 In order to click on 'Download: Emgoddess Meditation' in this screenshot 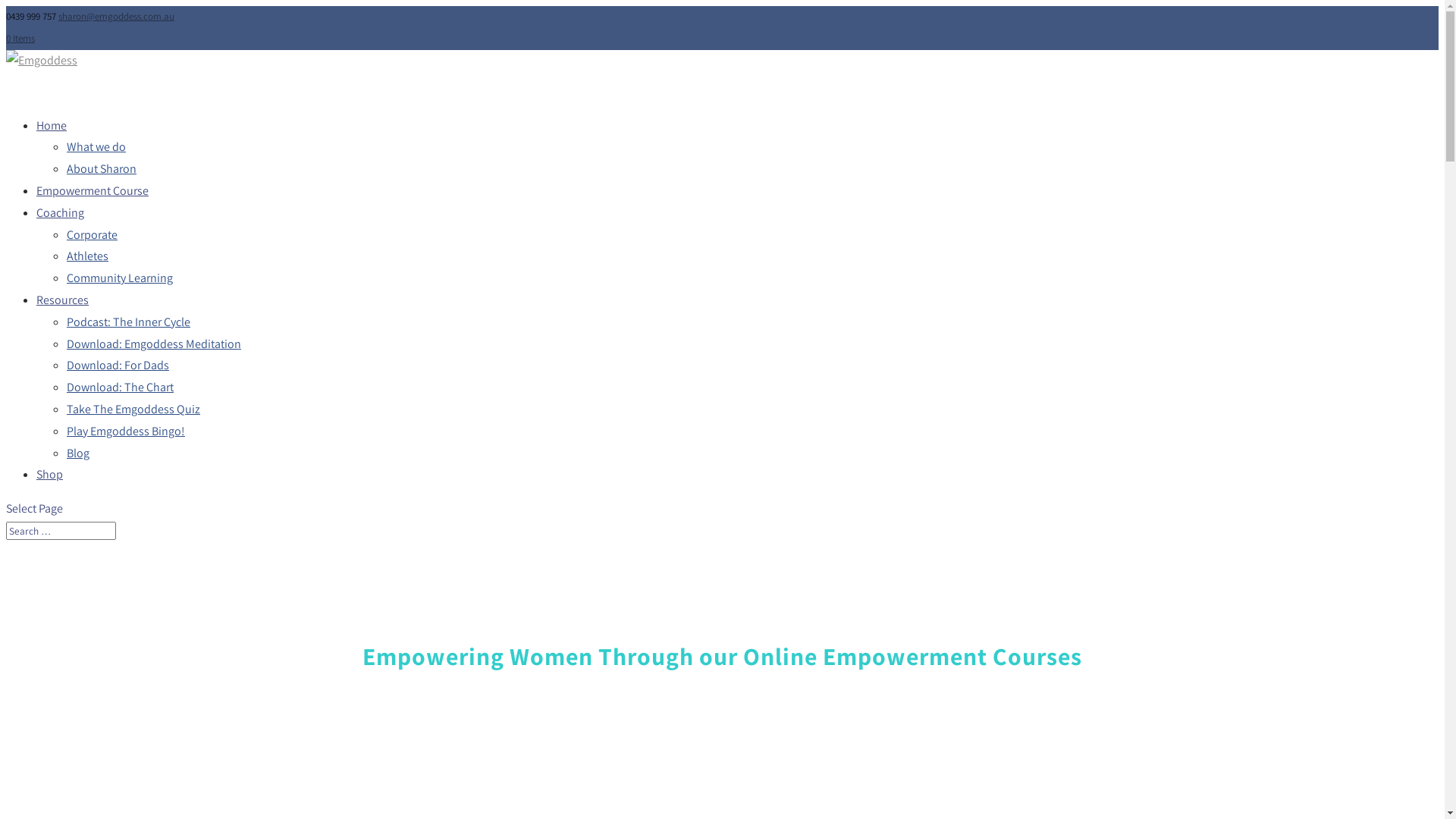, I will do `click(65, 344)`.